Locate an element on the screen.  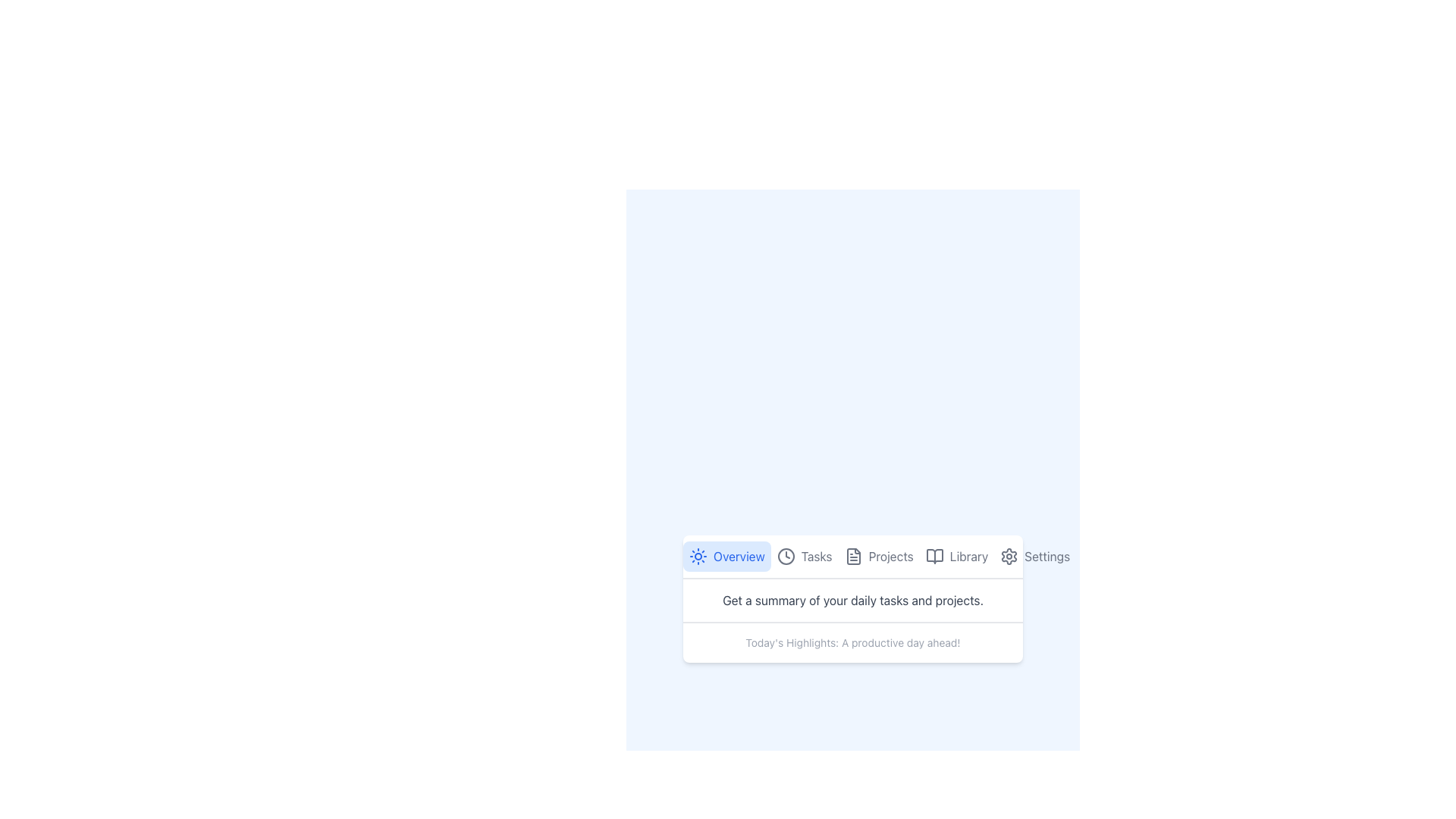
the 'Settings' button, which is the last item is located at coordinates (1034, 556).